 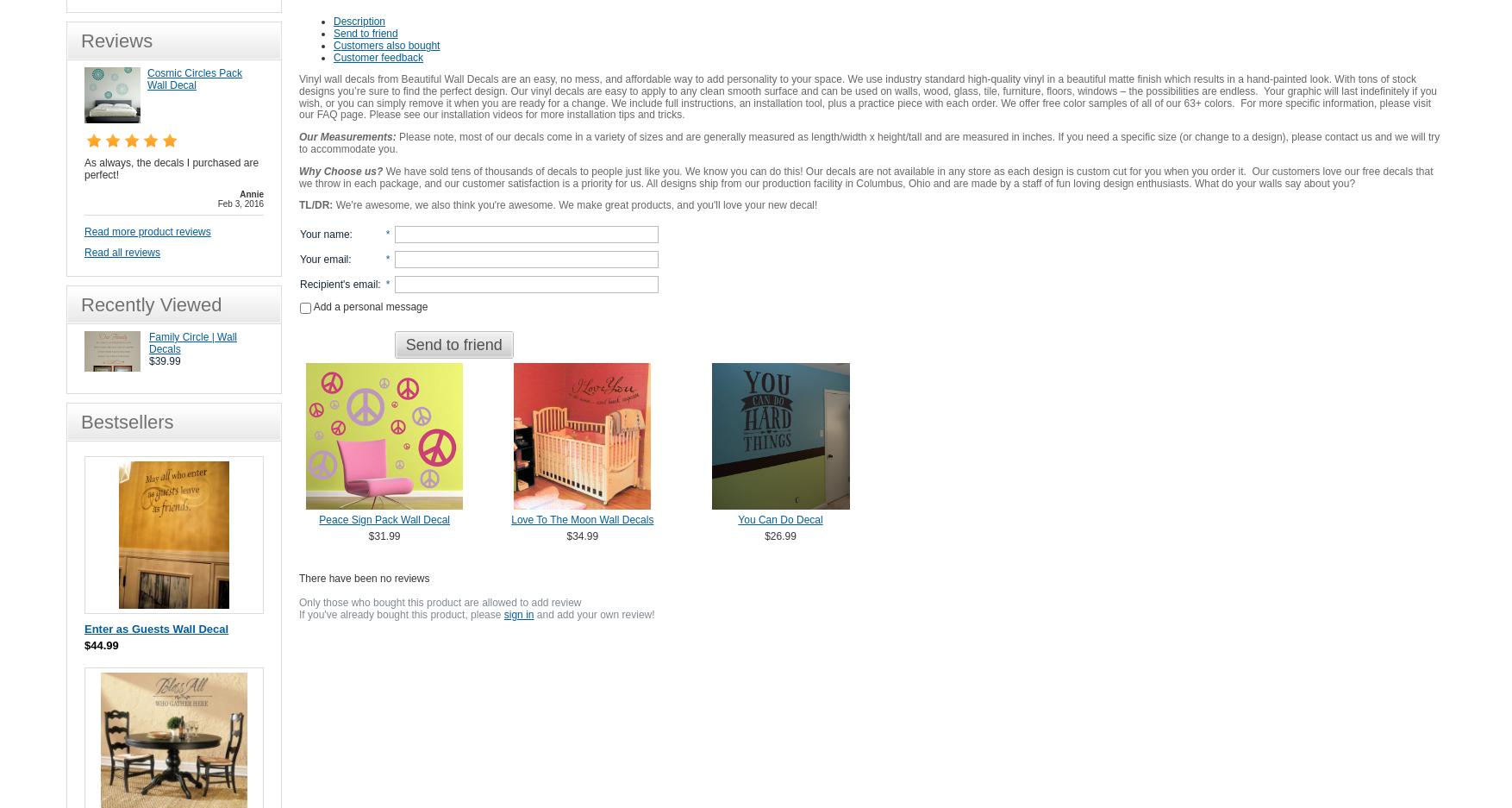 I want to click on 'Reviews', so click(x=116, y=41).